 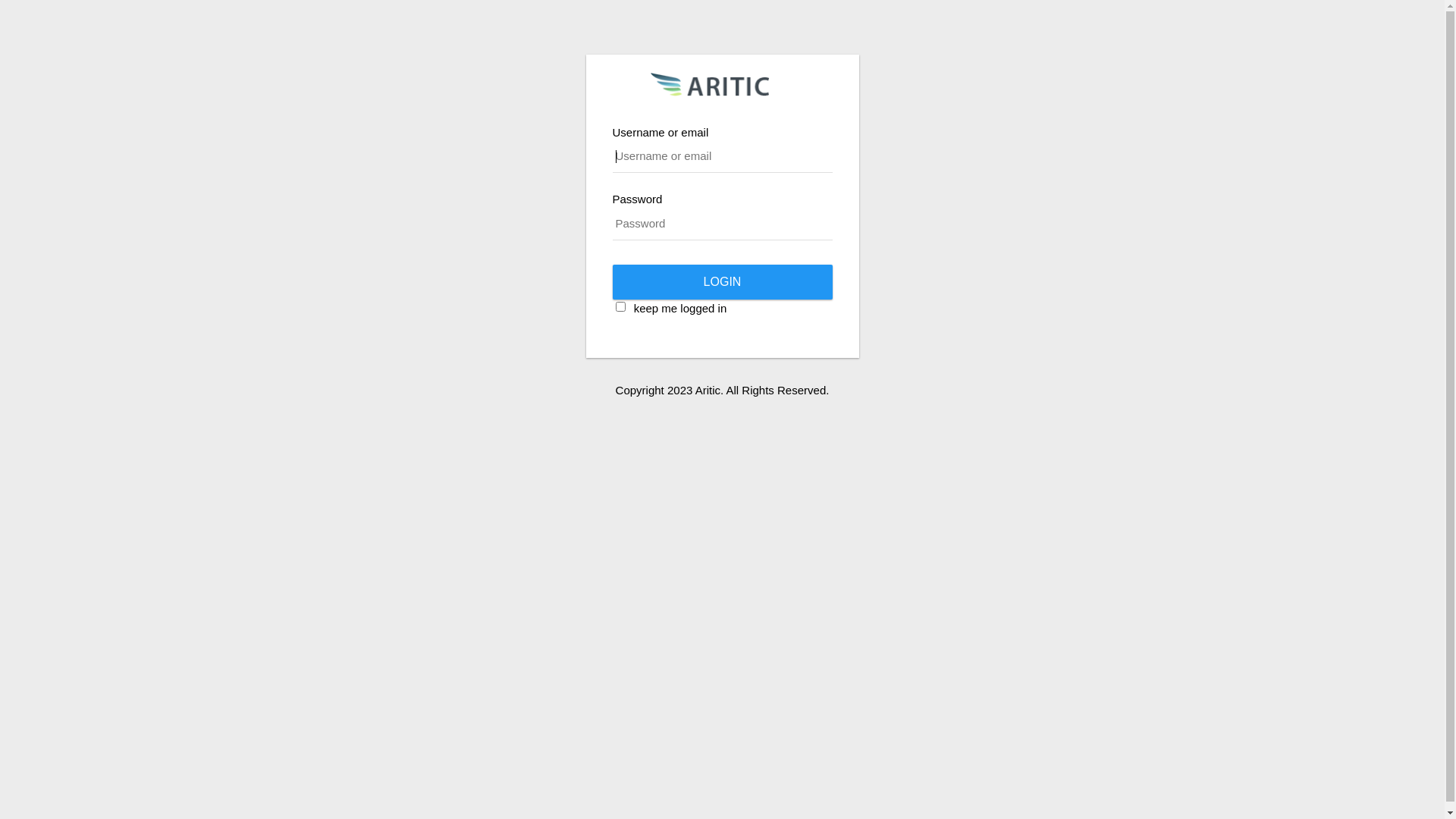 What do you see at coordinates (722, 281) in the screenshot?
I see `'login'` at bounding box center [722, 281].